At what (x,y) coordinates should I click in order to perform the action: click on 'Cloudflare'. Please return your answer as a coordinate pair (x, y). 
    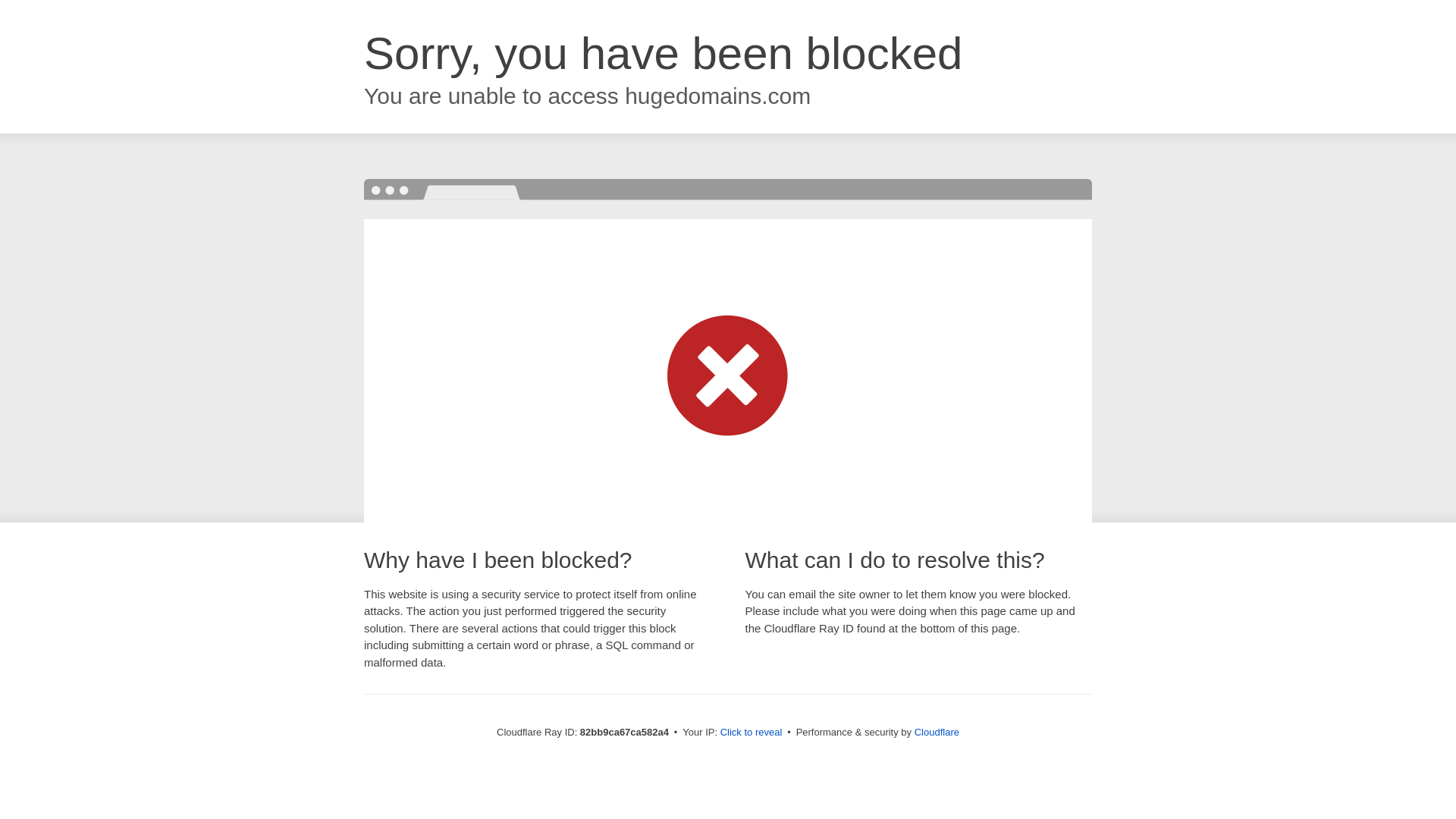
    Looking at the image, I should click on (936, 731).